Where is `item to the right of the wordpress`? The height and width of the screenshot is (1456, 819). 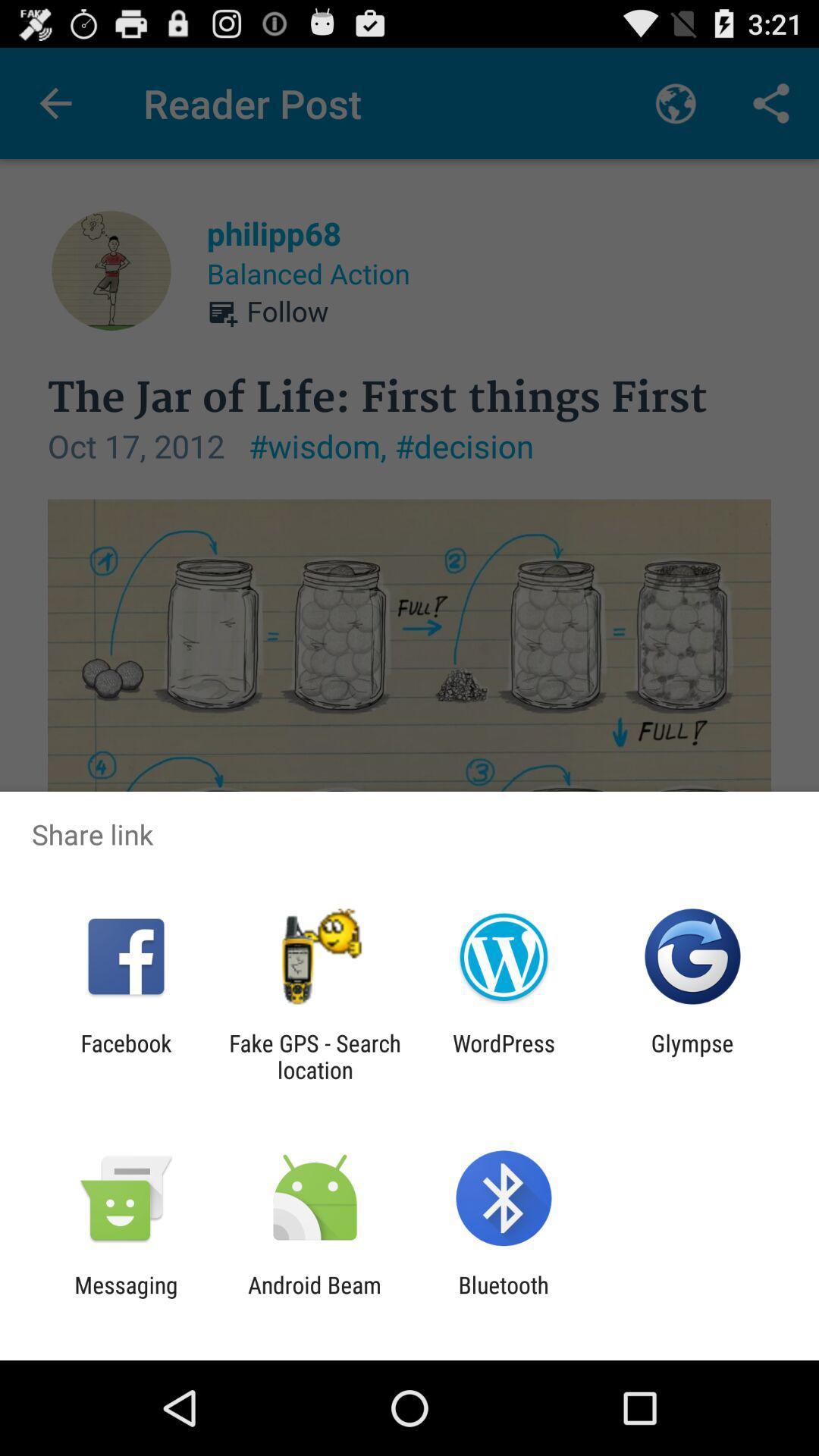
item to the right of the wordpress is located at coordinates (692, 1056).